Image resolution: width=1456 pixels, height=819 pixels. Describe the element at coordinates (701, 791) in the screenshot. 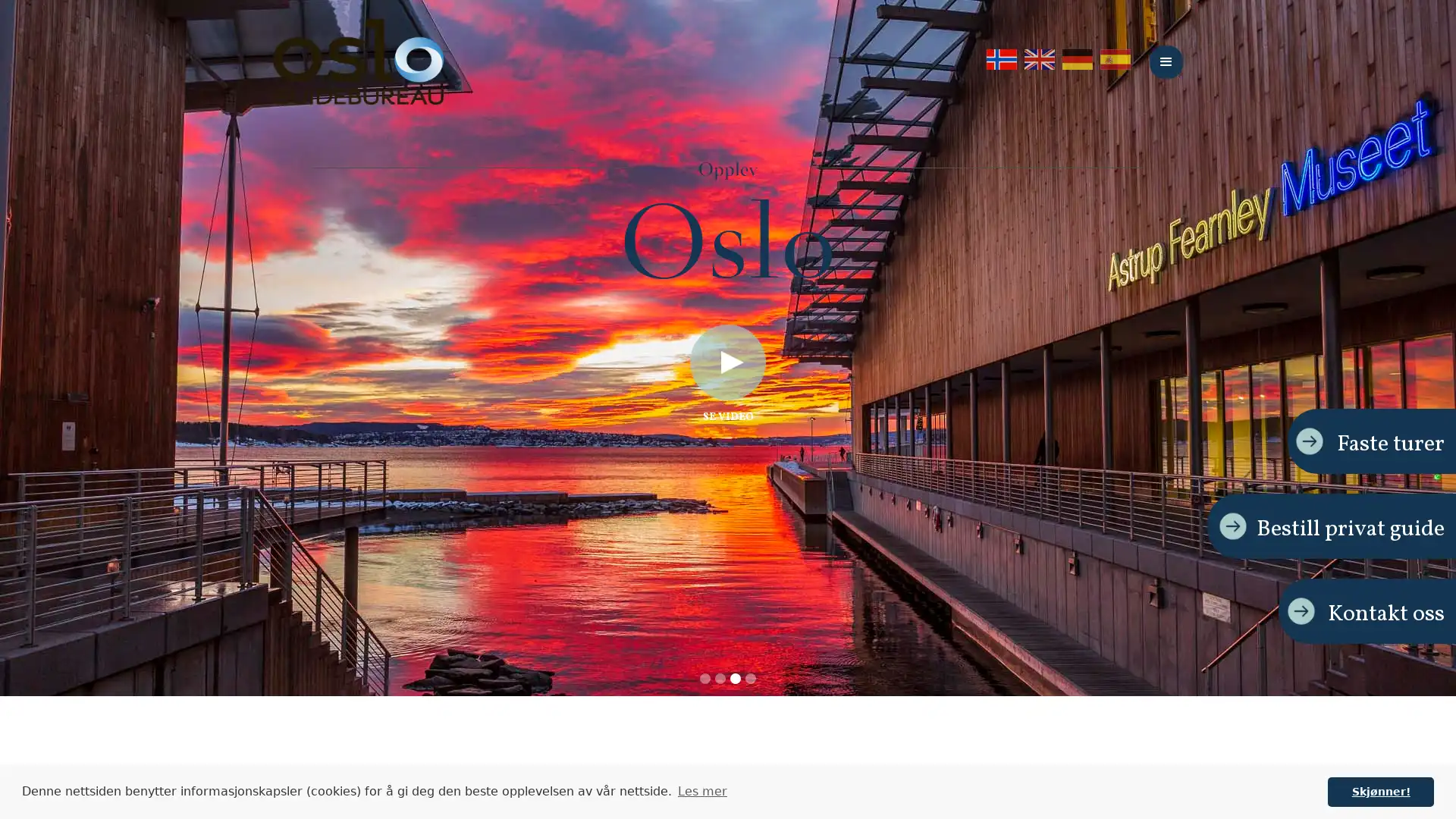

I see `learn more about cookies` at that location.